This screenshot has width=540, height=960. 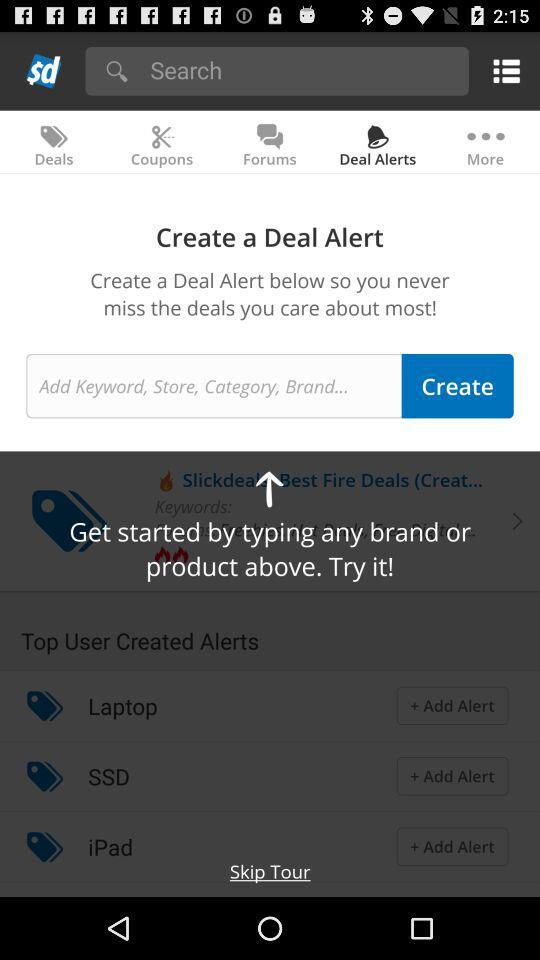 What do you see at coordinates (302, 69) in the screenshot?
I see `search` at bounding box center [302, 69].